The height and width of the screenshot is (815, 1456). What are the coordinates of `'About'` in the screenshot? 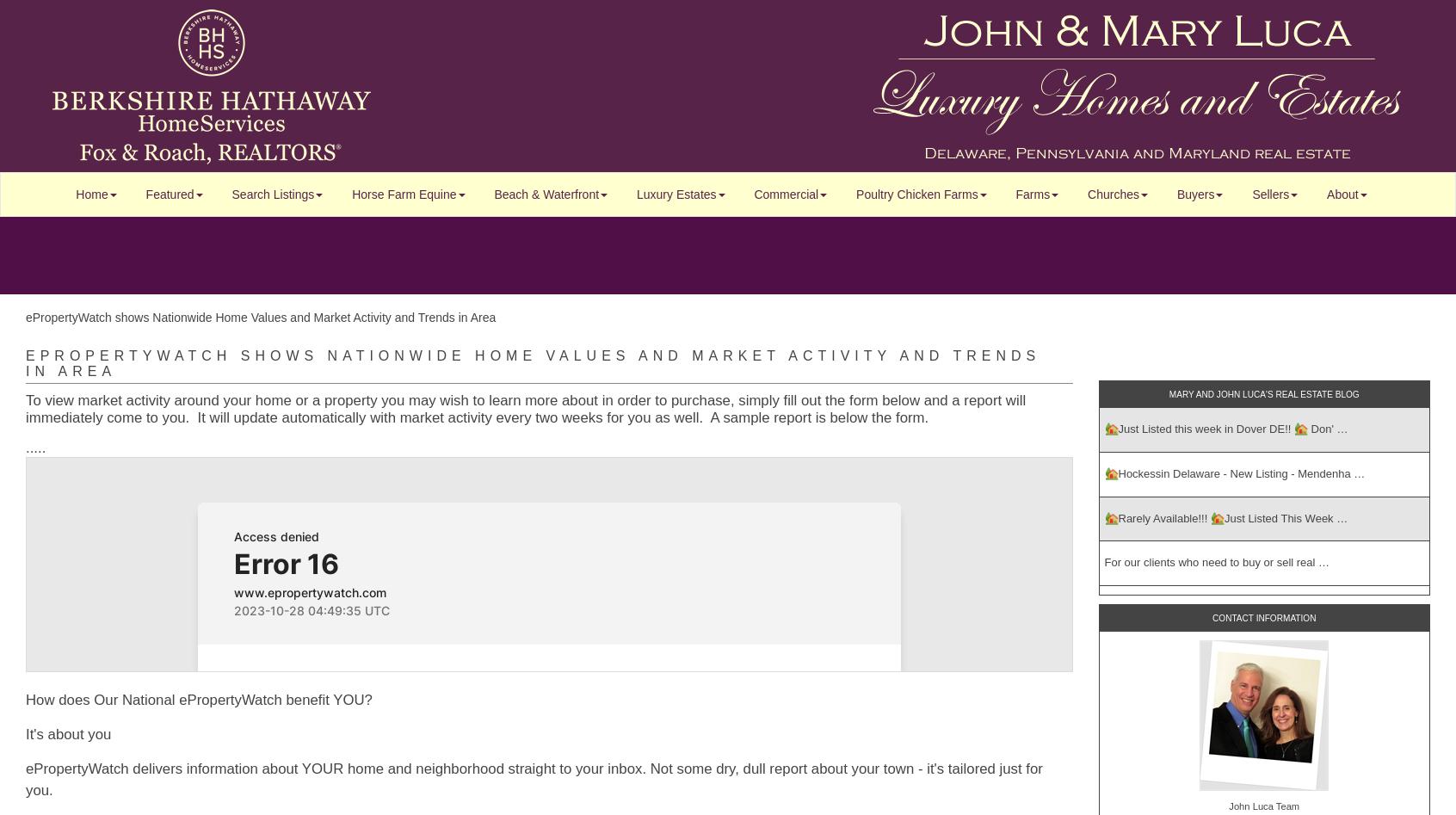 It's located at (1342, 194).